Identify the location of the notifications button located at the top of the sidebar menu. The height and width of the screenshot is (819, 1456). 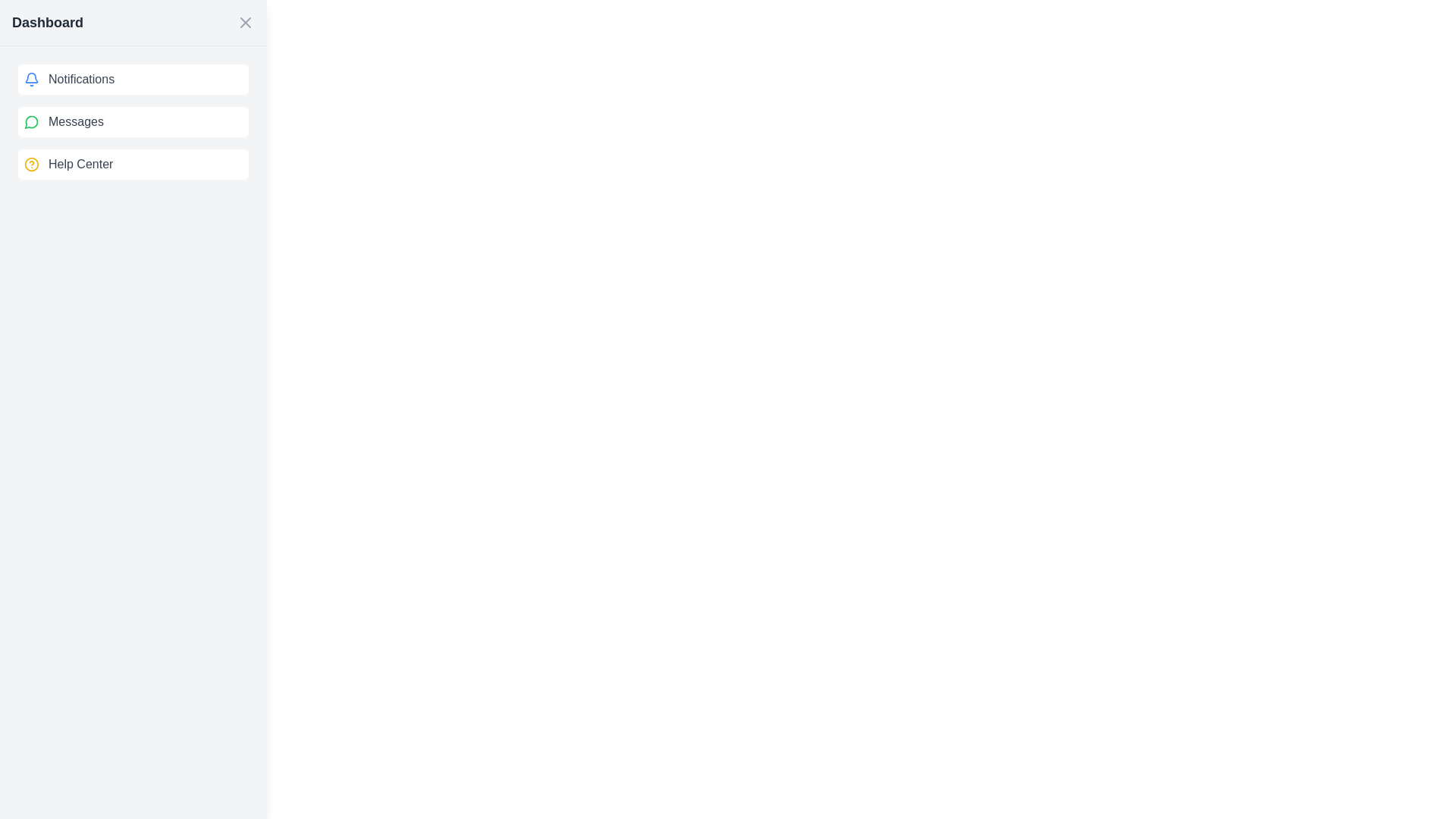
(133, 79).